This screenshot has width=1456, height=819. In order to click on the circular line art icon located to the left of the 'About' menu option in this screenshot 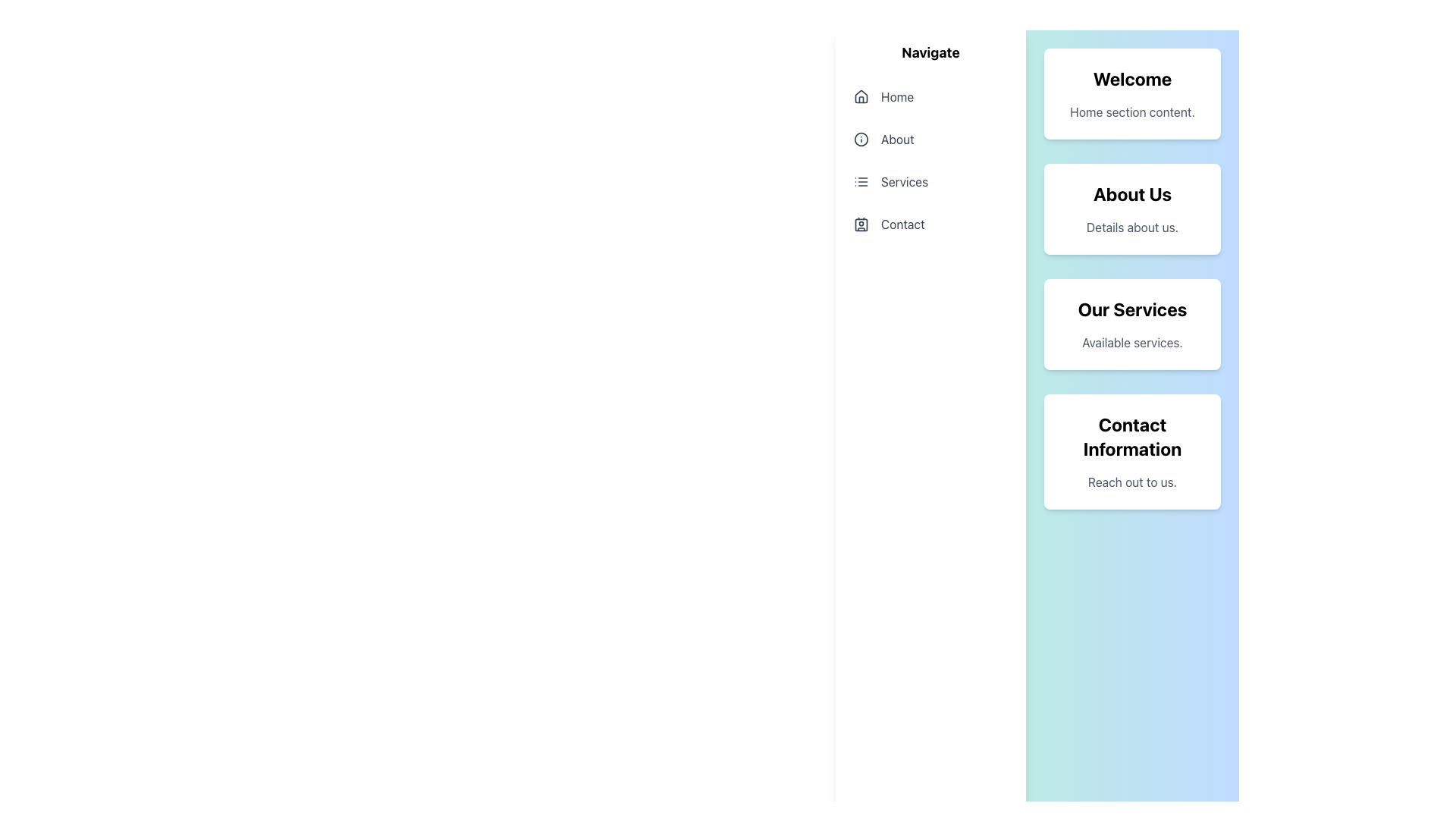, I will do `click(861, 140)`.